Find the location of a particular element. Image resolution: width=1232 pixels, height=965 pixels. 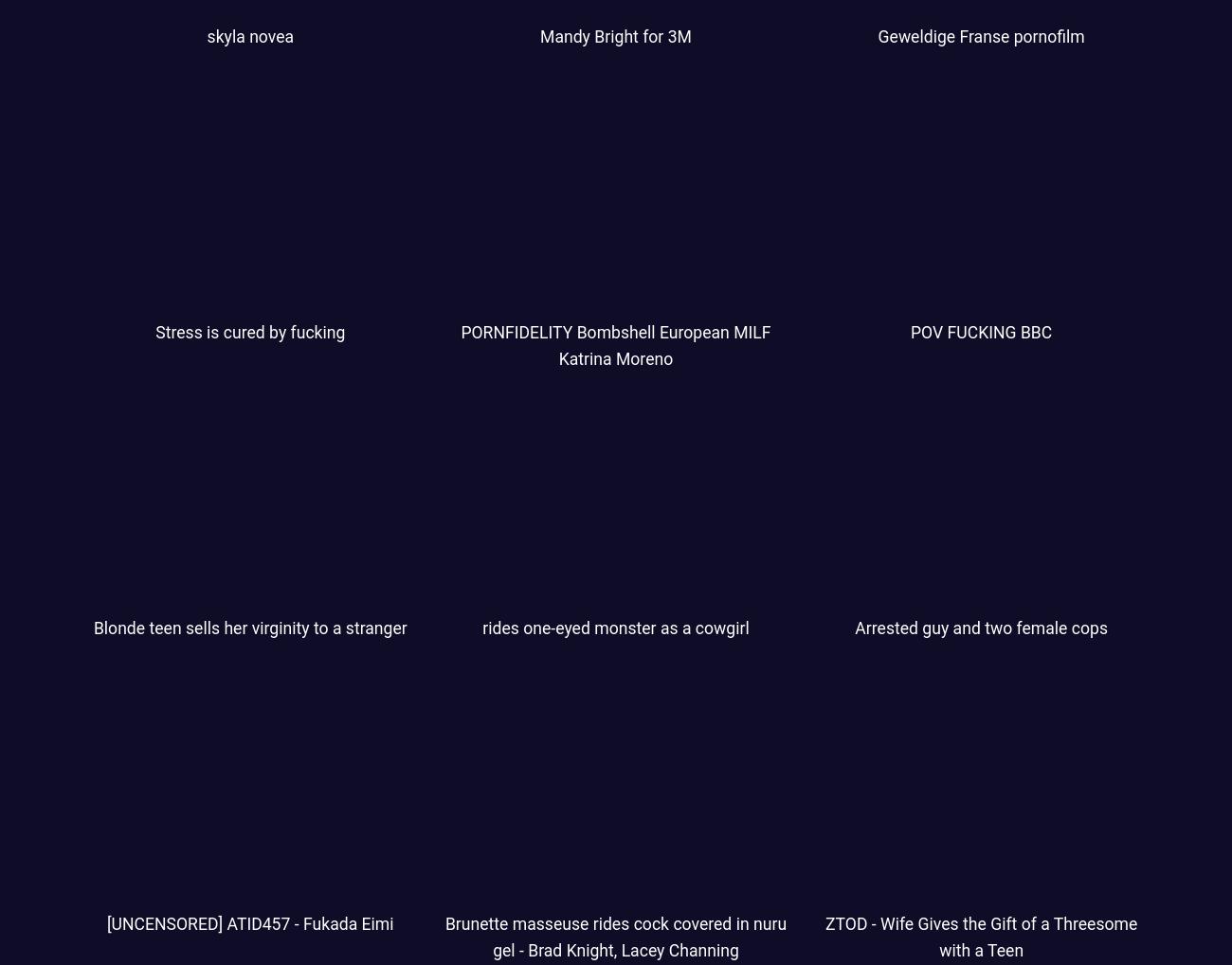

'skyla novea' is located at coordinates (249, 35).